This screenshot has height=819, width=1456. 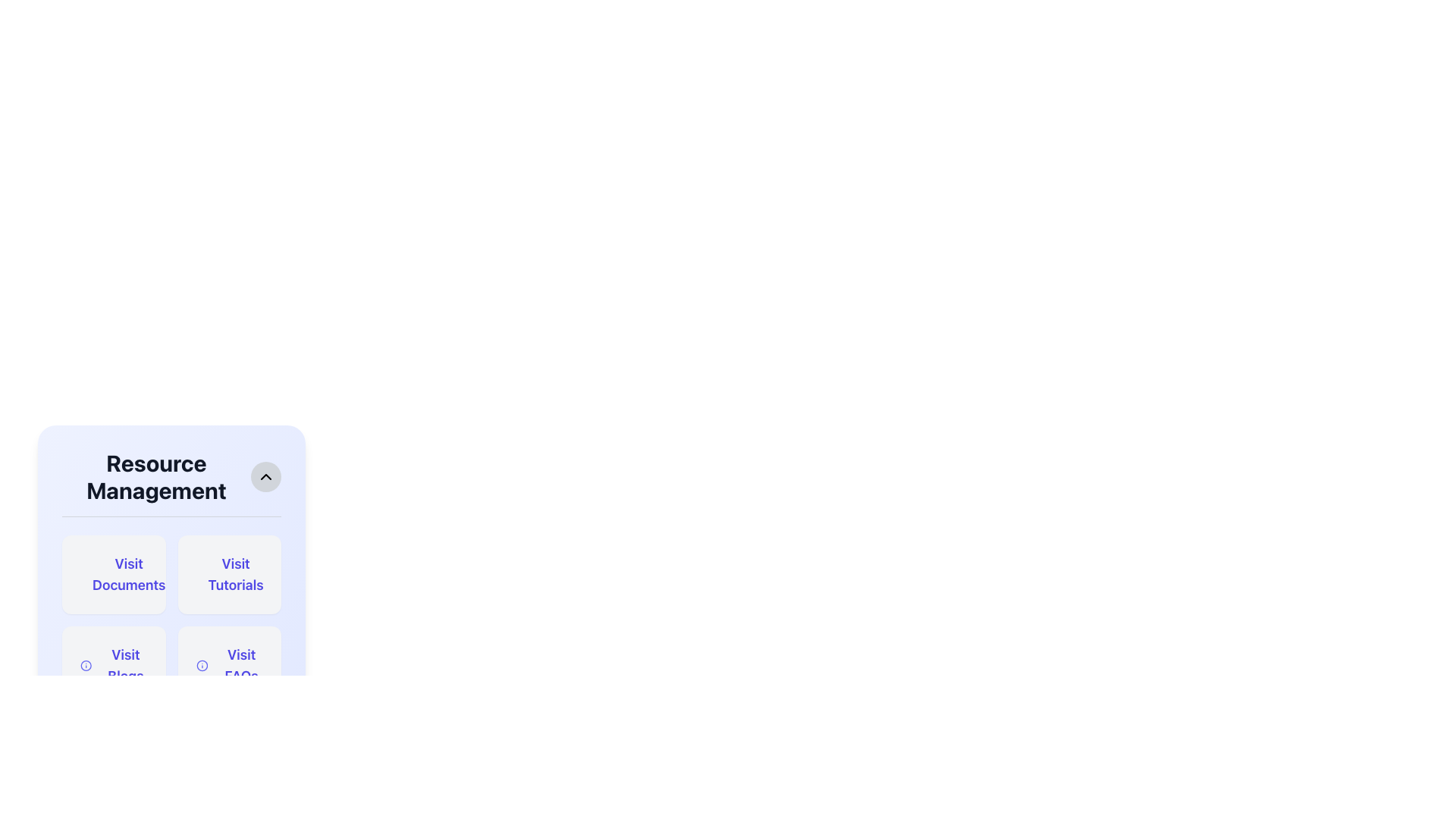 What do you see at coordinates (113, 575) in the screenshot?
I see `the navigation button in the 'Resource Management' section` at bounding box center [113, 575].